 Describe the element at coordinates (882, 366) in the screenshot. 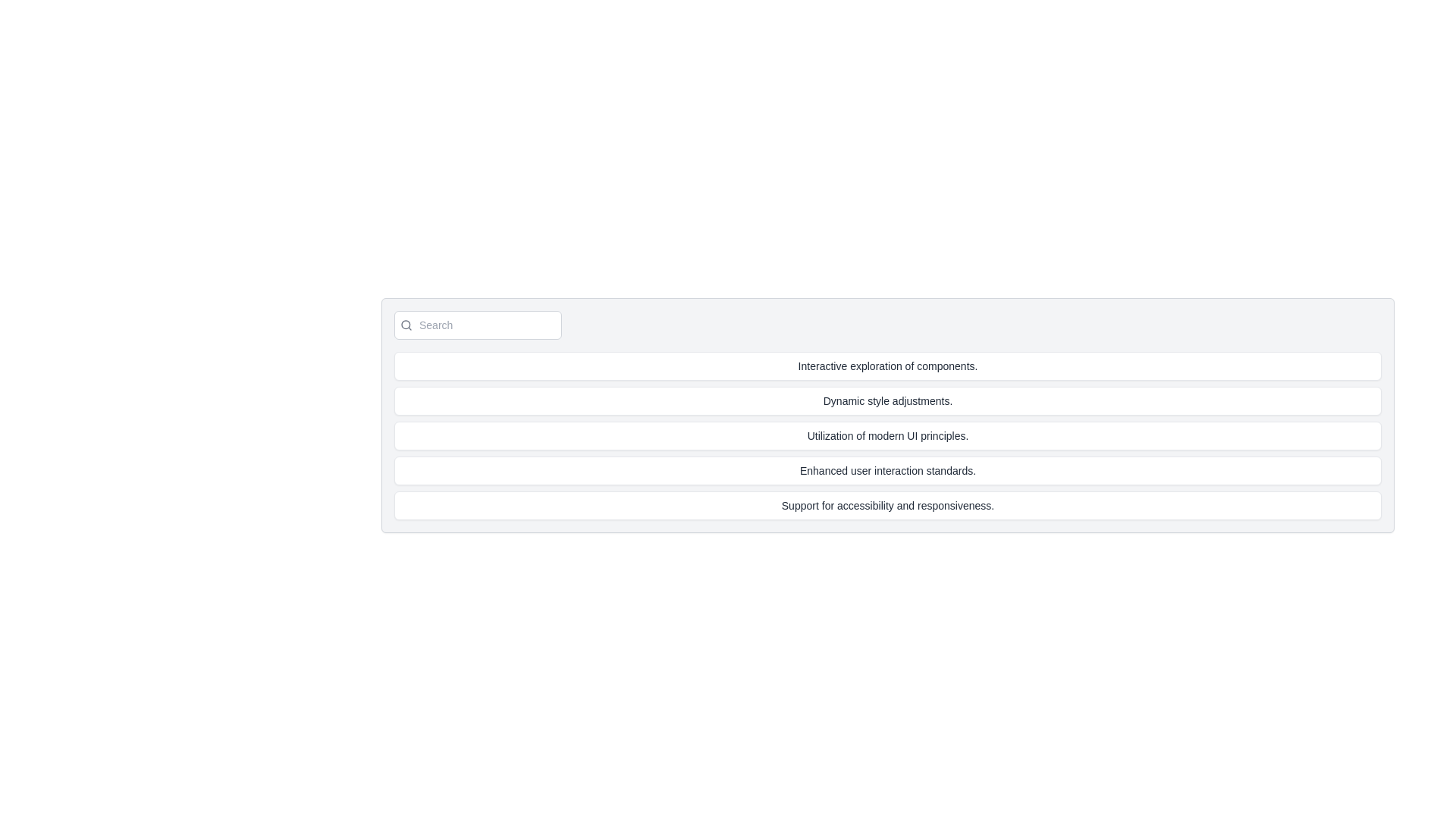

I see `the static text character 'e' in the word 'exploration' within the sentence 'Interactive exploration of components.' for accessibility purposes` at that location.